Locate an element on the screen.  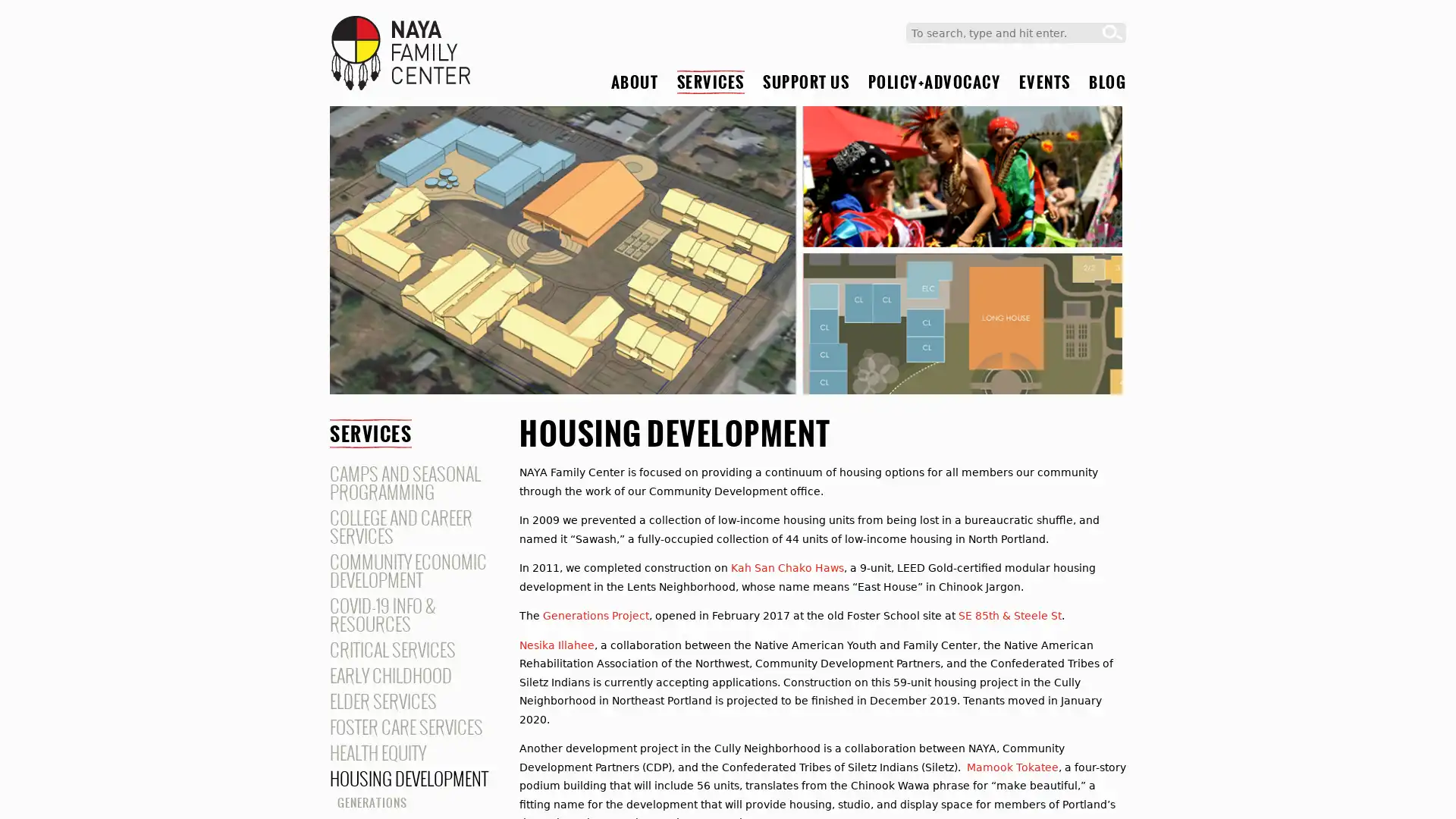
Search is located at coordinates (1112, 33).